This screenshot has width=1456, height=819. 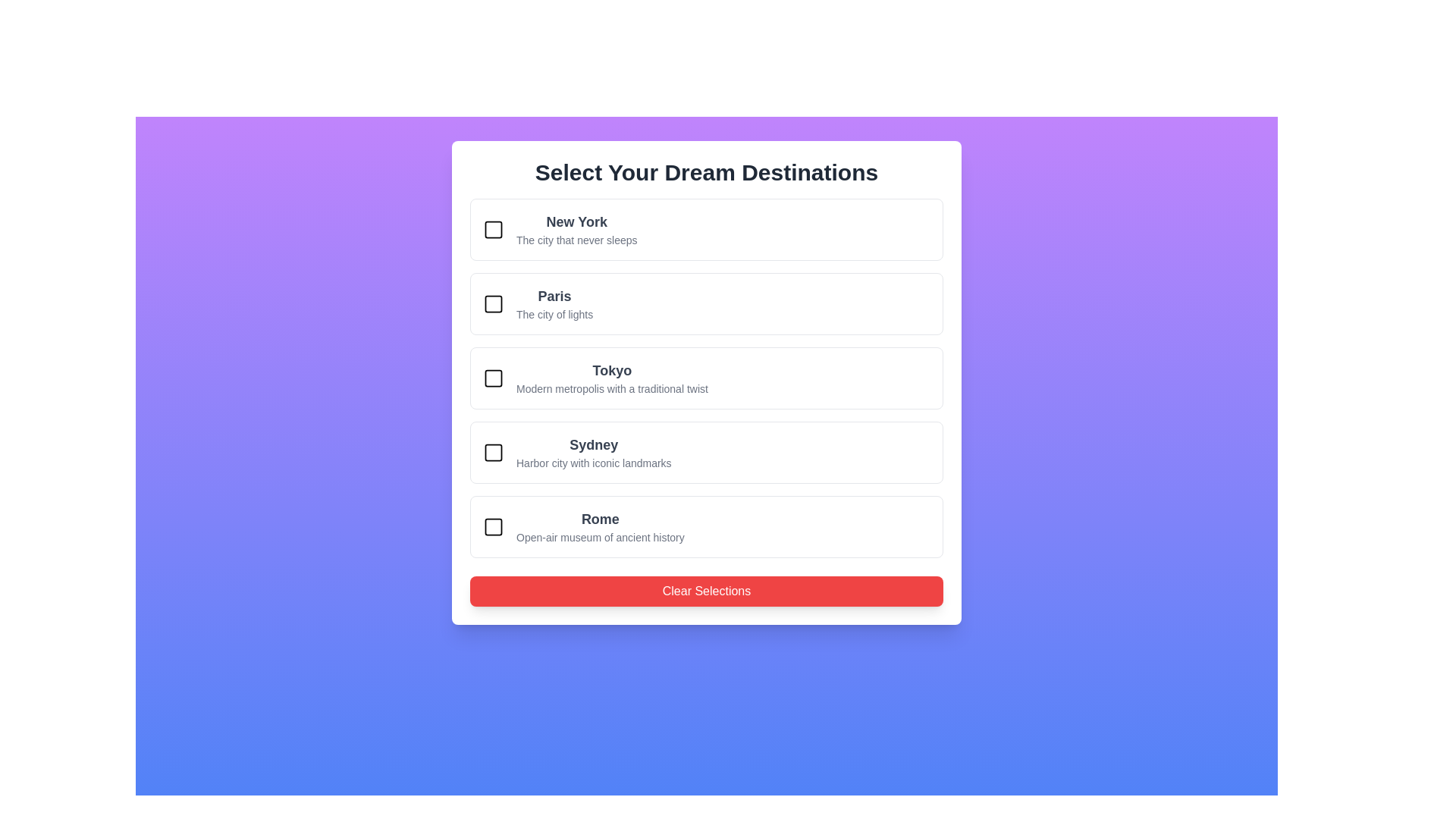 I want to click on the city Paris by clicking on its checkbox or card, so click(x=494, y=304).